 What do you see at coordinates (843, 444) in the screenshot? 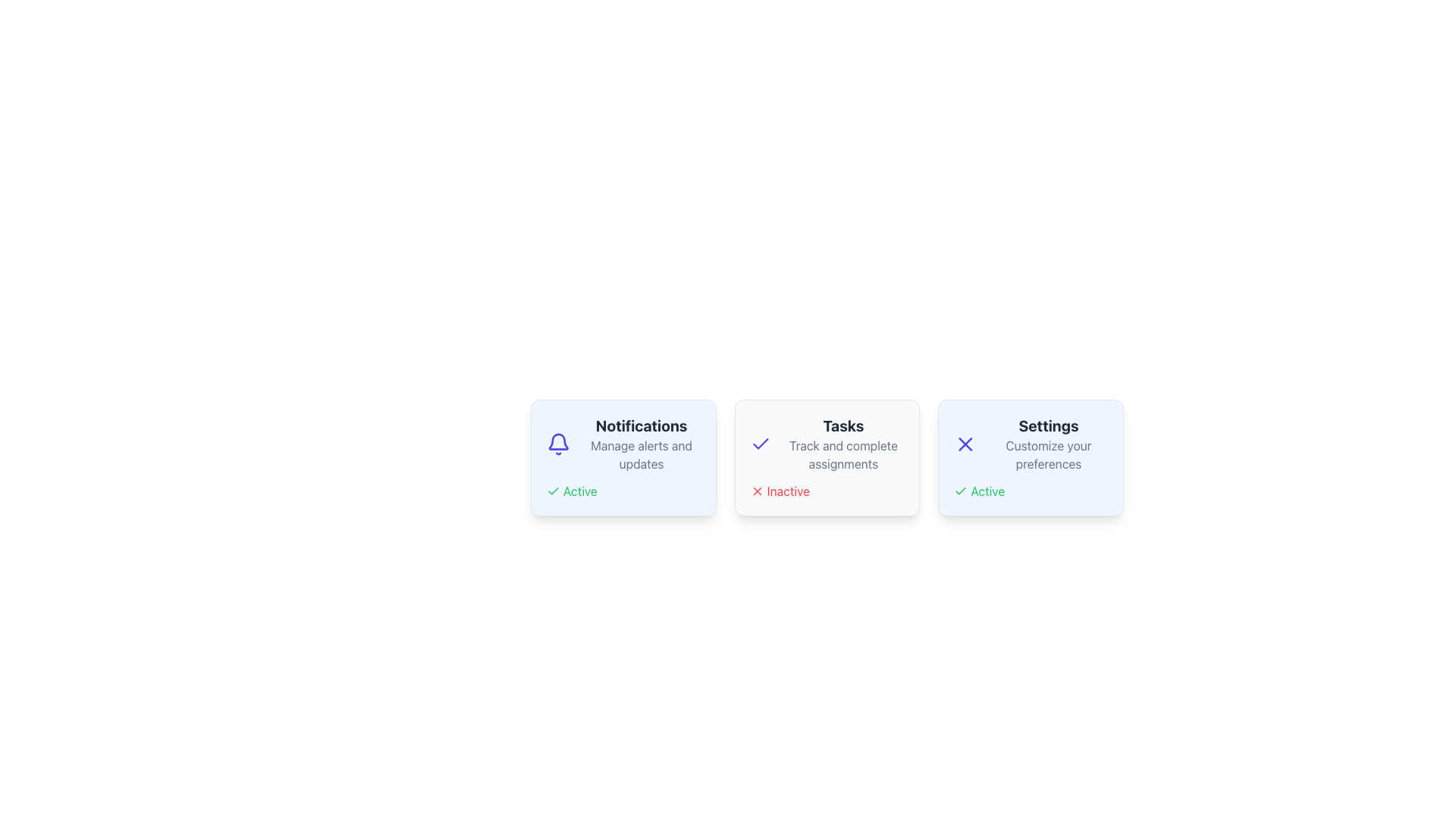
I see `the 'Tasks' Label and Description Group, which is the central card in a row of three, positioned between 'Notifications' and 'Settings'` at bounding box center [843, 444].